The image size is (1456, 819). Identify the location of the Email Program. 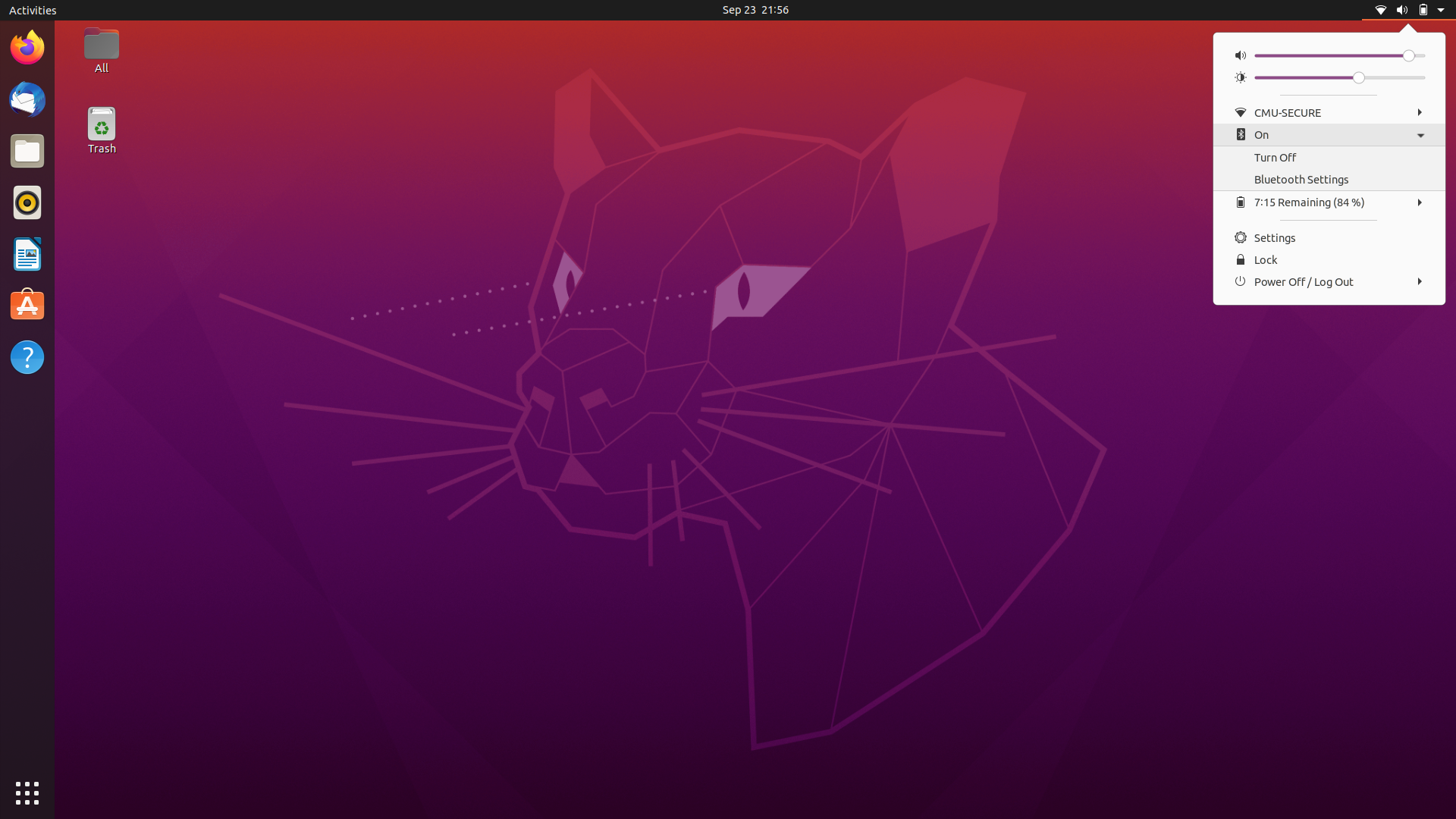
(27, 99).